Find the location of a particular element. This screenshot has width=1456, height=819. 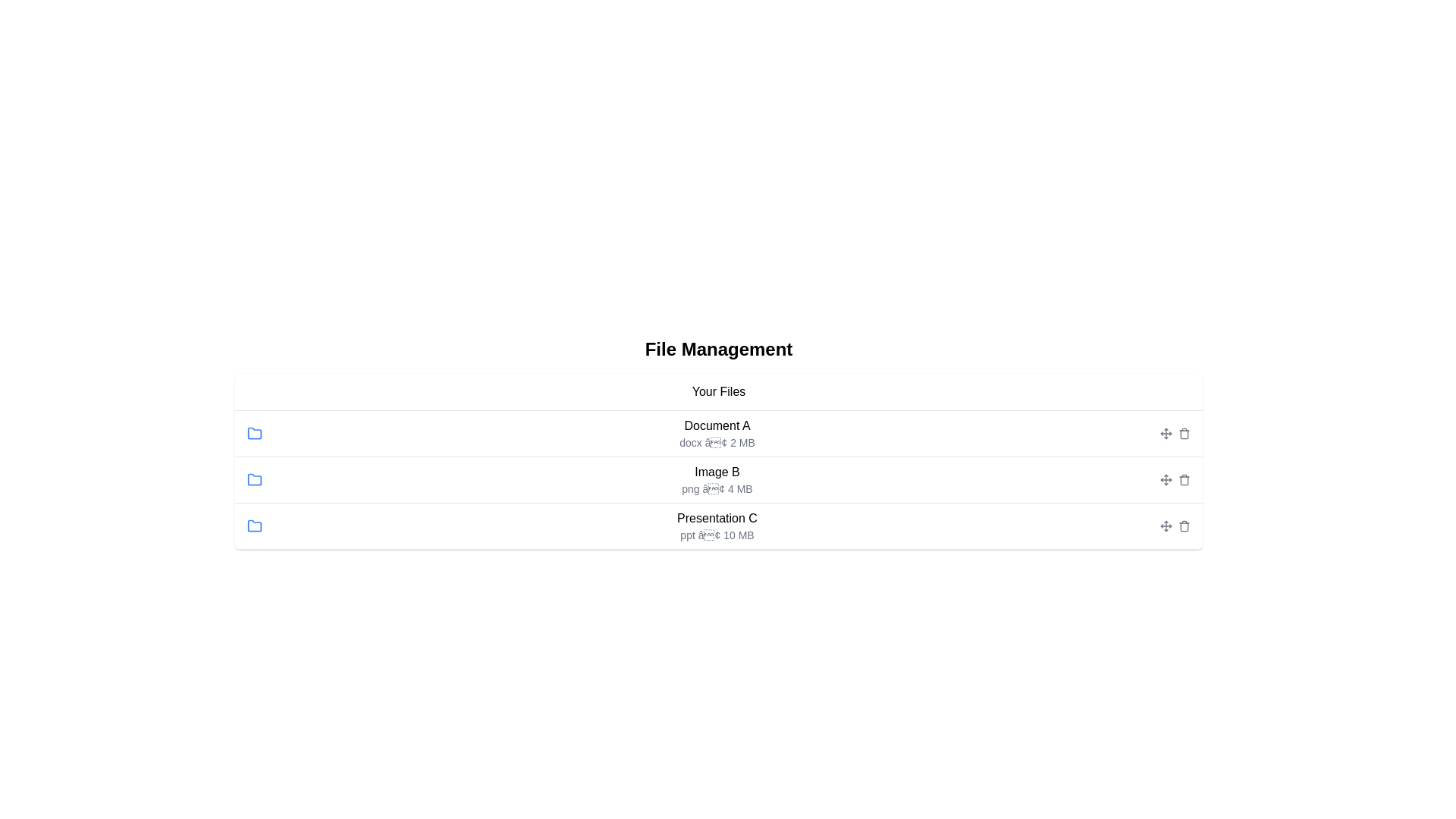

the blue folder icon located to the left of the 'Image B' entry in the file list is located at coordinates (255, 479).